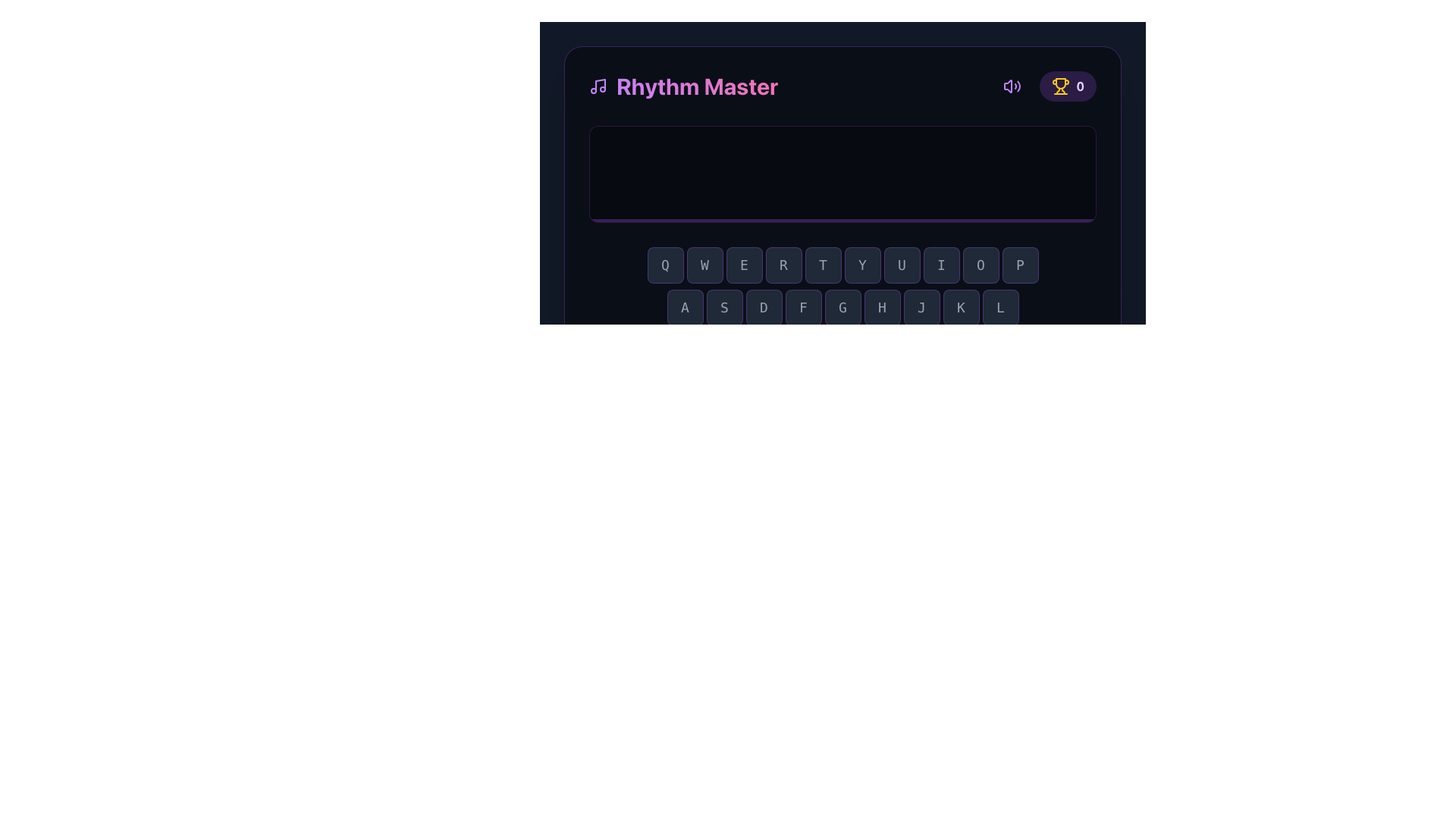 The height and width of the screenshot is (819, 1456). What do you see at coordinates (1046, 86) in the screenshot?
I see `the Score indicator, which is a purple rectangular area containing a yellow trophy icon and the number '0' in light purple text, located in the upper-right corner of the 'Rhythm Master' section` at bounding box center [1046, 86].